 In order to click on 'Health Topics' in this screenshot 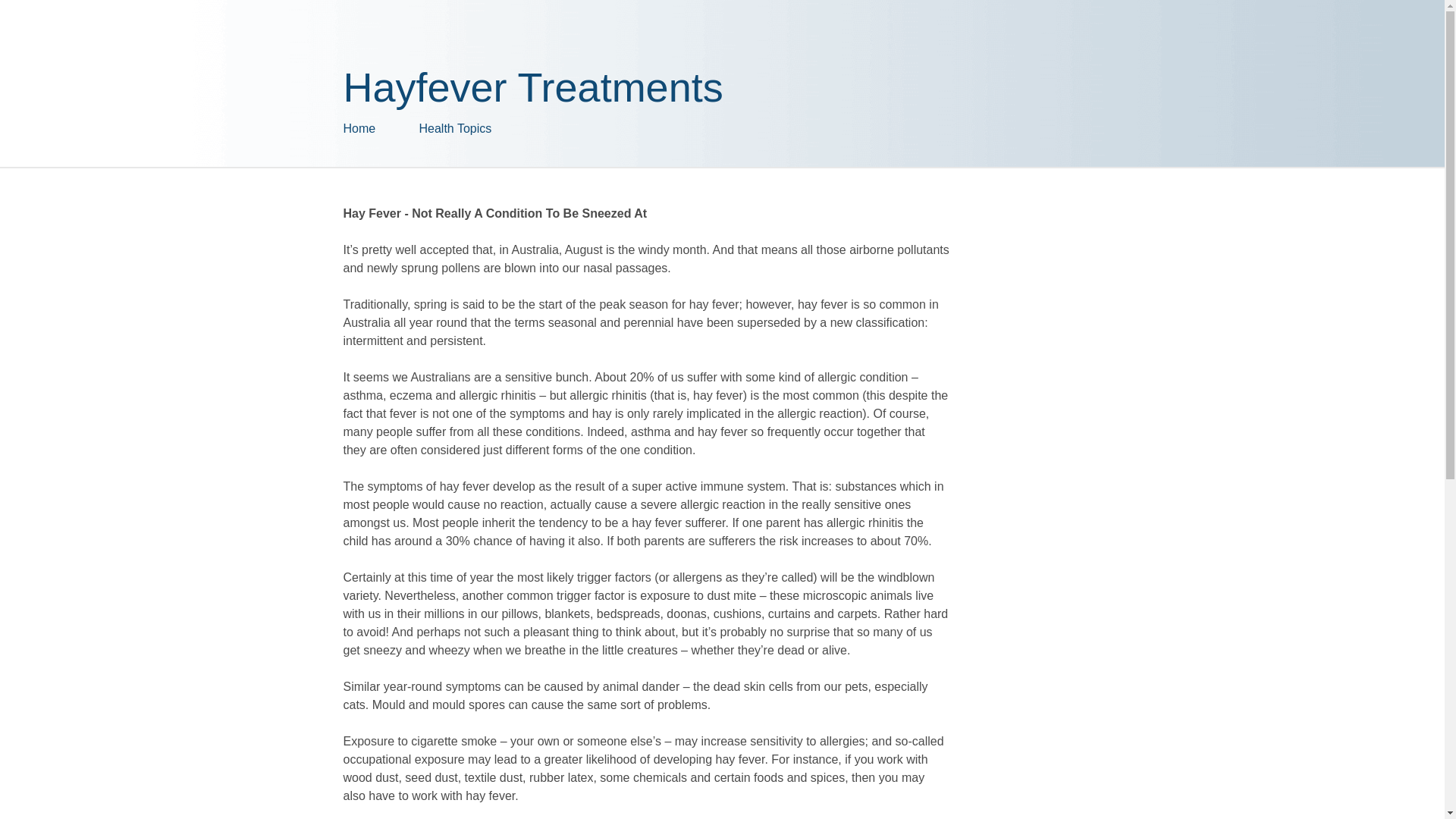, I will do `click(419, 127)`.